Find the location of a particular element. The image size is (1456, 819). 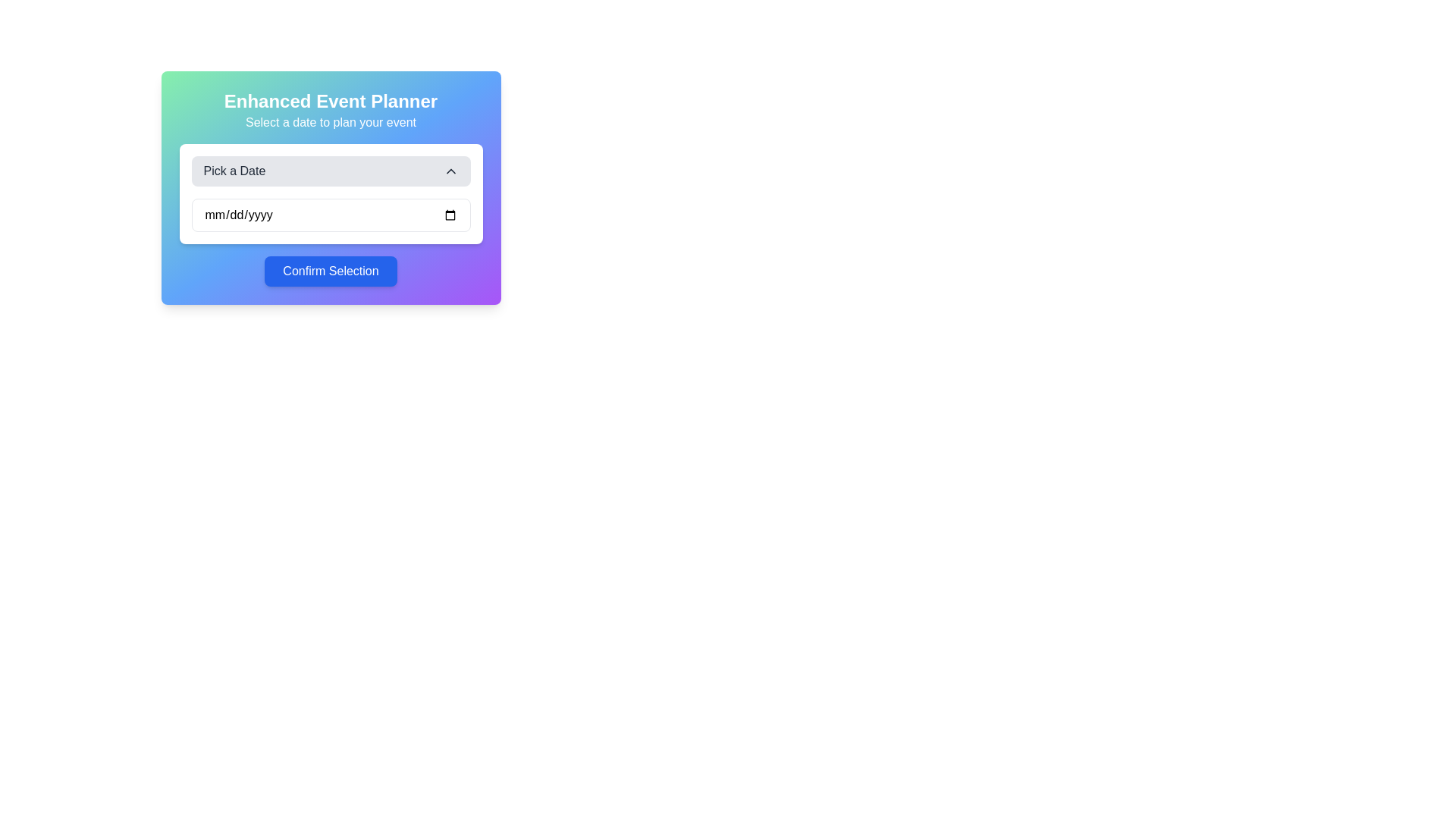

the confirm button located near the bottom of the centered dialog box, directly below the 'Pick a Date' text input field, to change its style is located at coordinates (330, 271).